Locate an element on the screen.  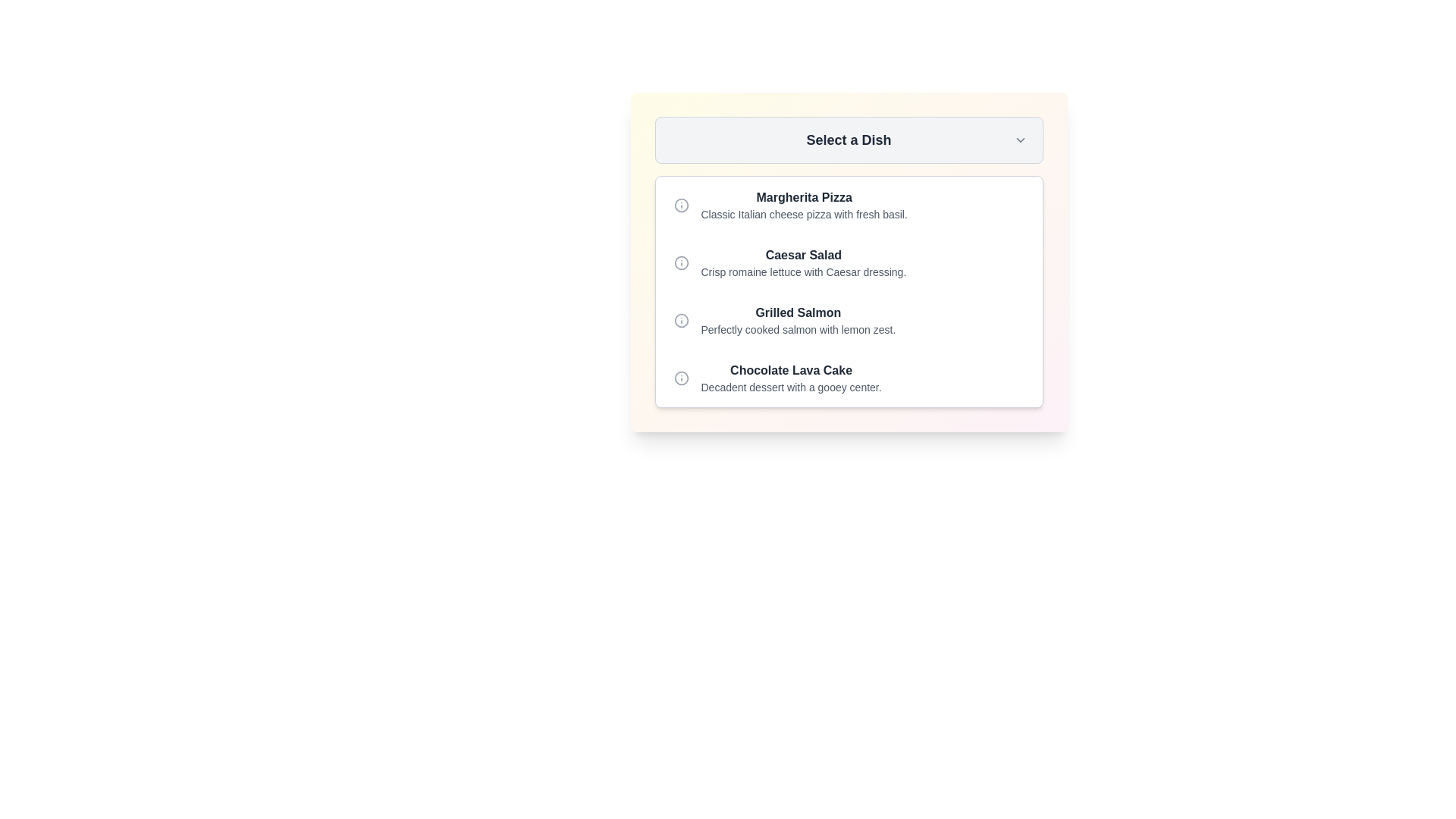
description of the 'Grilled Salmon' Text Label element, which includes the header and its details about the dish is located at coordinates (797, 320).